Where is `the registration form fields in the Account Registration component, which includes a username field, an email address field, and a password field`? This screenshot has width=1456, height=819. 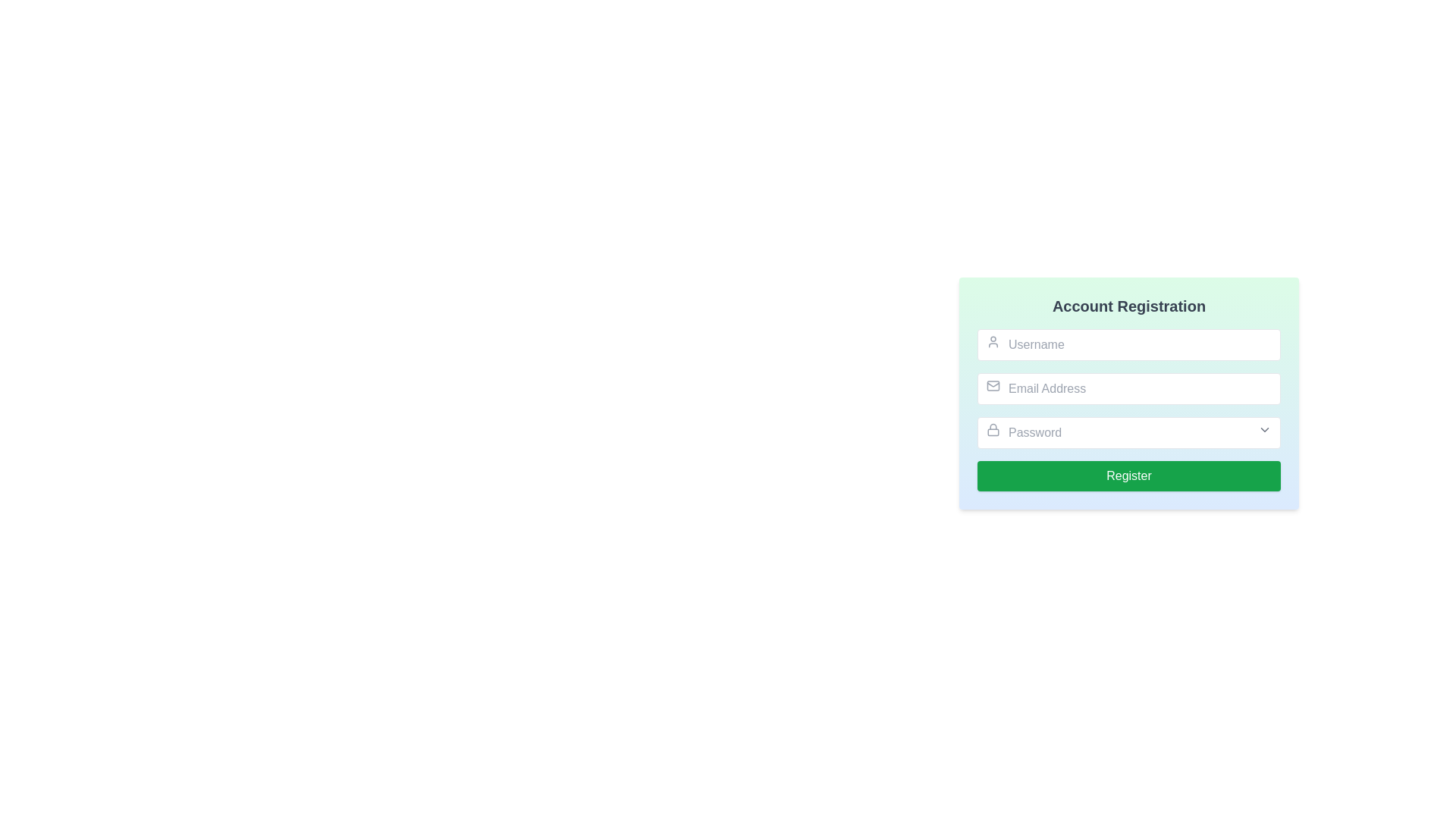 the registration form fields in the Account Registration component, which includes a username field, an email address field, and a password field is located at coordinates (1128, 393).